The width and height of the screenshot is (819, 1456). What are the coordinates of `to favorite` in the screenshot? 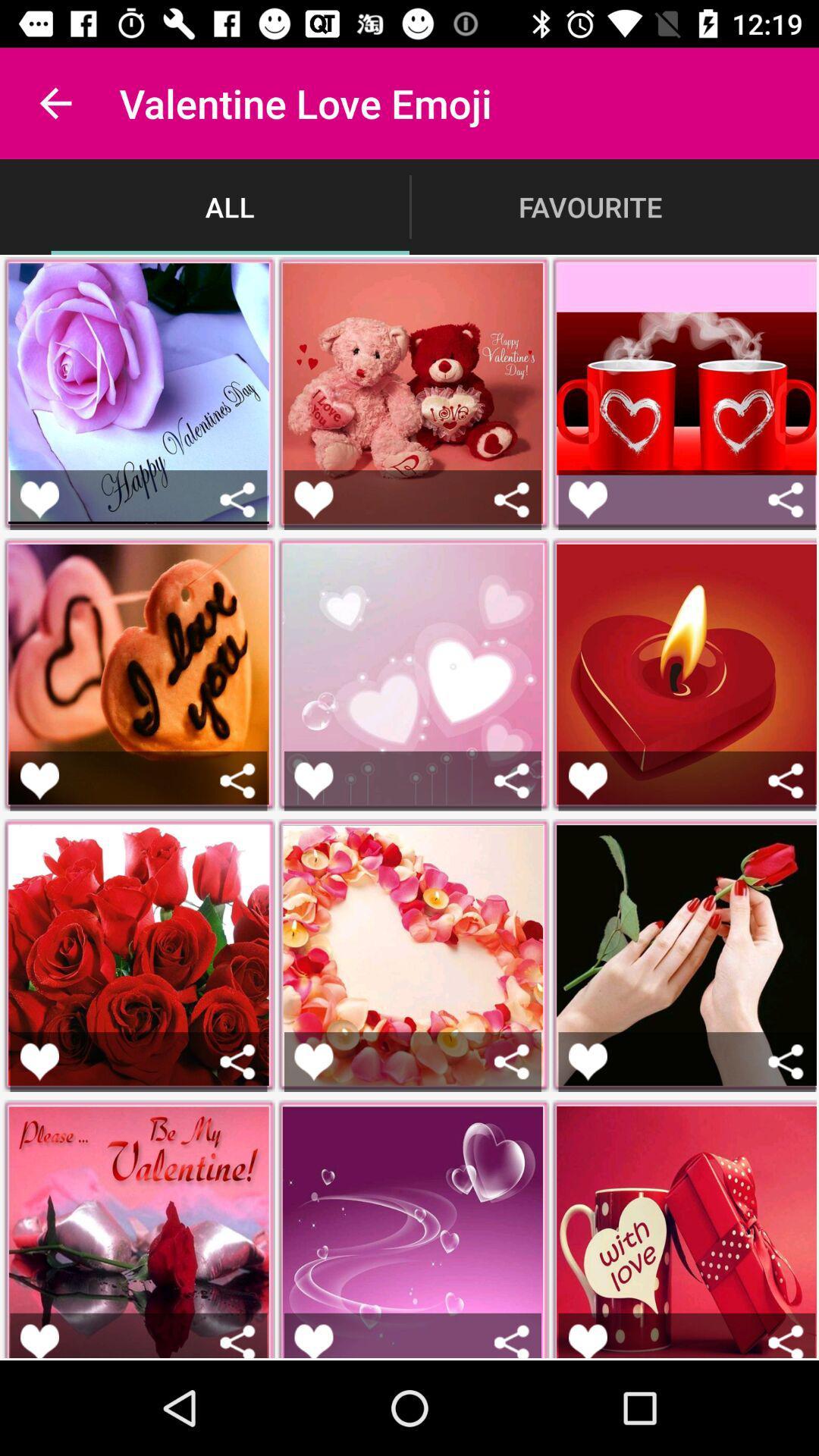 It's located at (312, 500).